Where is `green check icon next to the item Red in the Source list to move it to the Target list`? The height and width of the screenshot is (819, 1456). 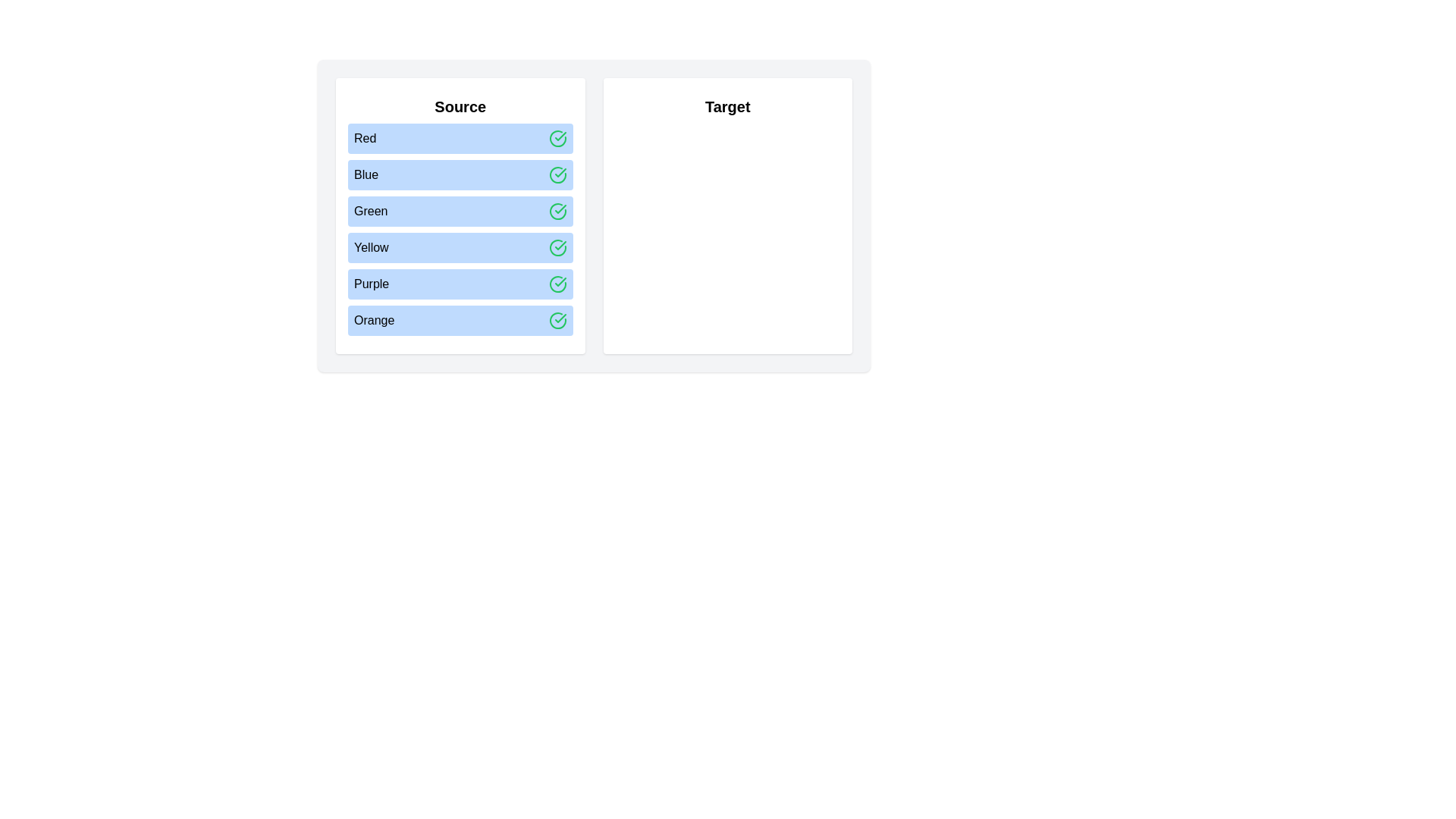 green check icon next to the item Red in the Source list to move it to the Target list is located at coordinates (557, 138).